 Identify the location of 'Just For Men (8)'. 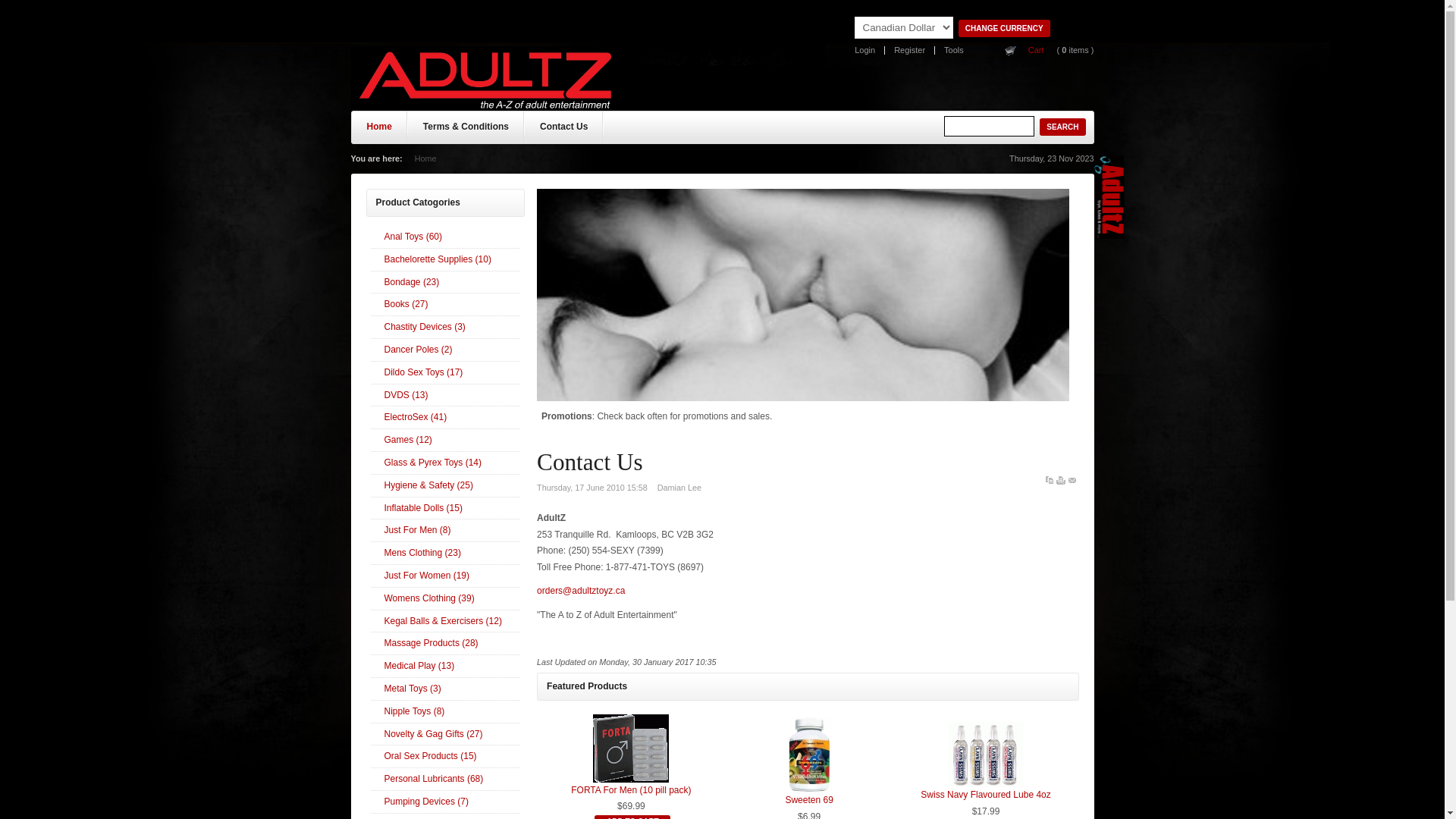
(444, 529).